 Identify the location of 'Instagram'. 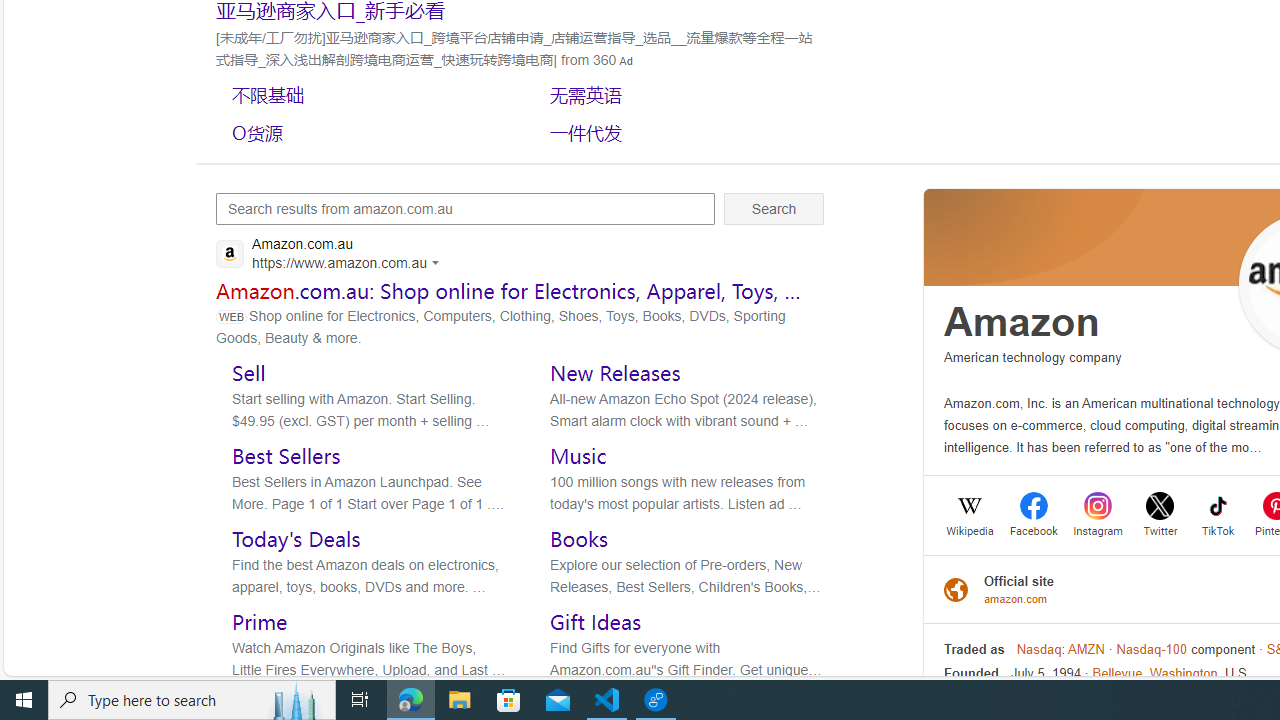
(1097, 528).